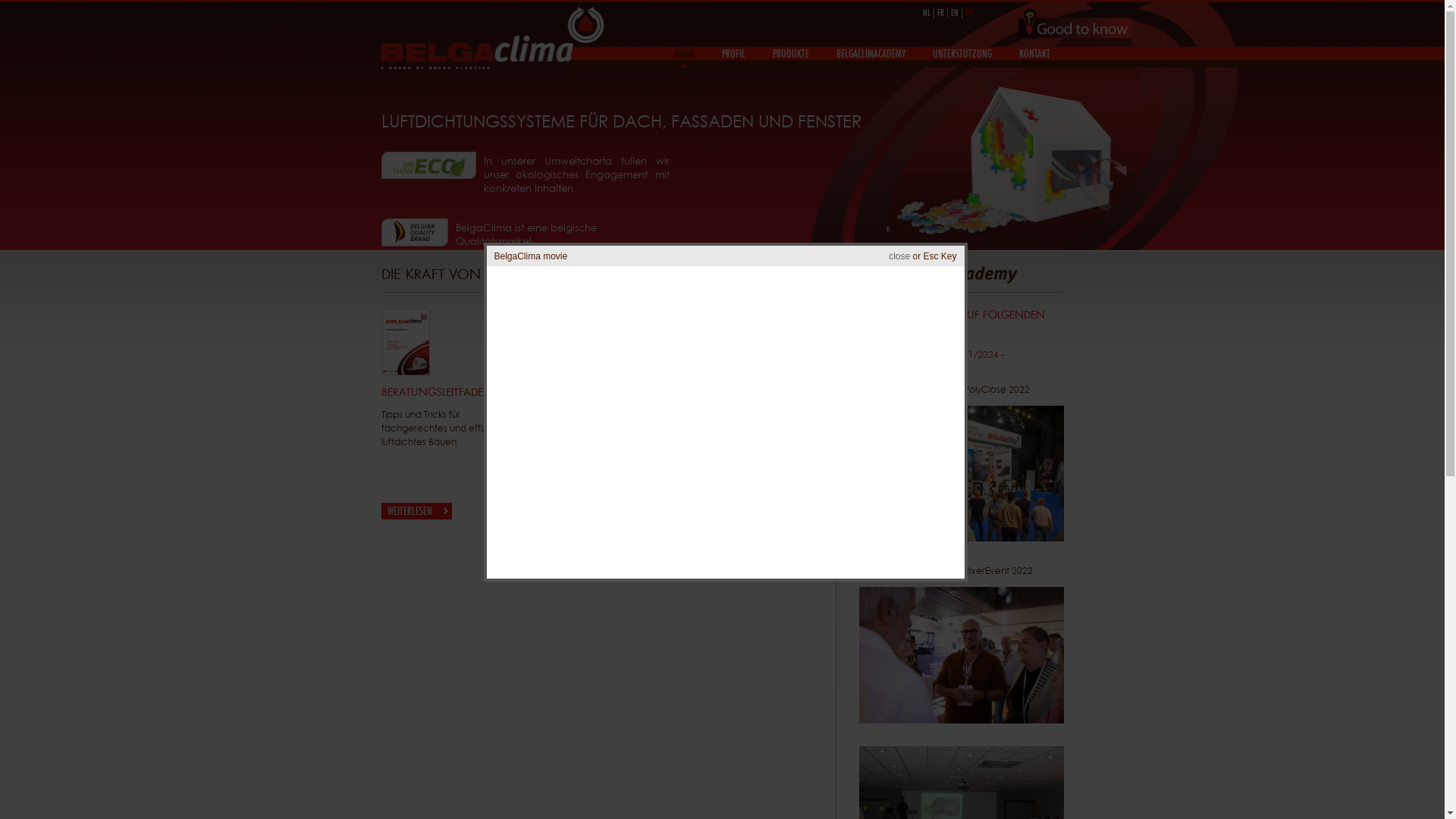  I want to click on 'Polyclose - 17-18-19/01/2024 - Gent/Flanders Expo', so click(937, 360).